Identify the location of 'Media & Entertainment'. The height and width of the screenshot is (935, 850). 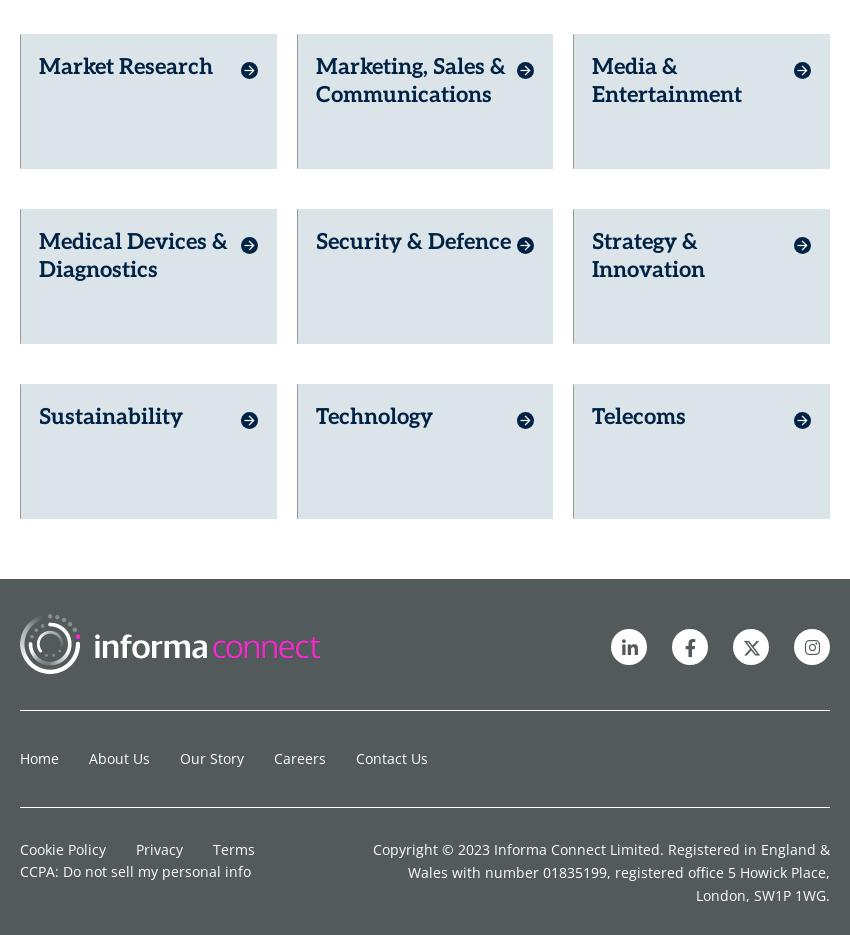
(666, 46).